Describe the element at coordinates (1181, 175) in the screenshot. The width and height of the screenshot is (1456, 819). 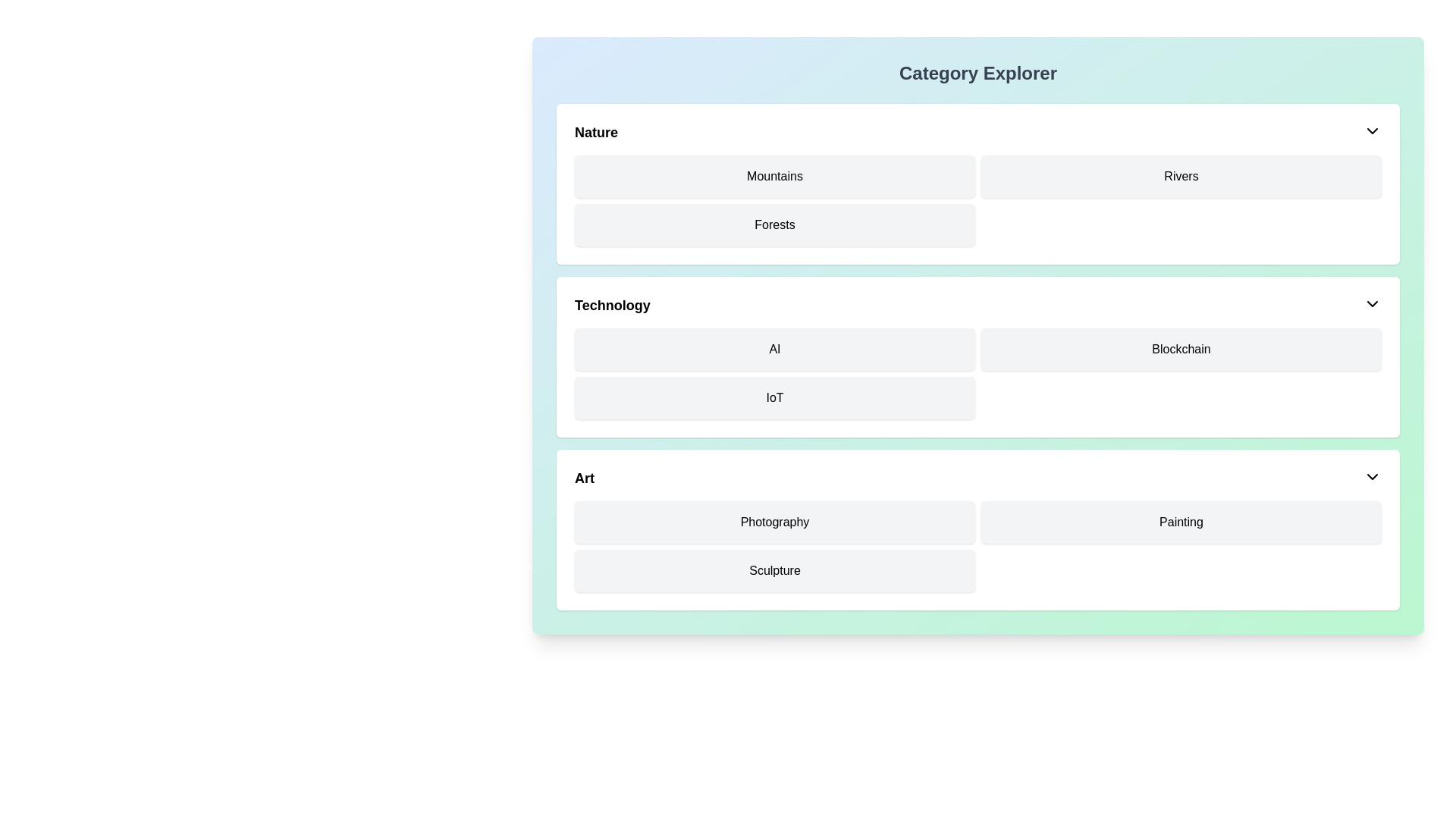
I see `the text label displaying 'Rivers', which is styled with bold font and centered alignment, located in the top-right corner of the Nature section in a grid layout` at that location.